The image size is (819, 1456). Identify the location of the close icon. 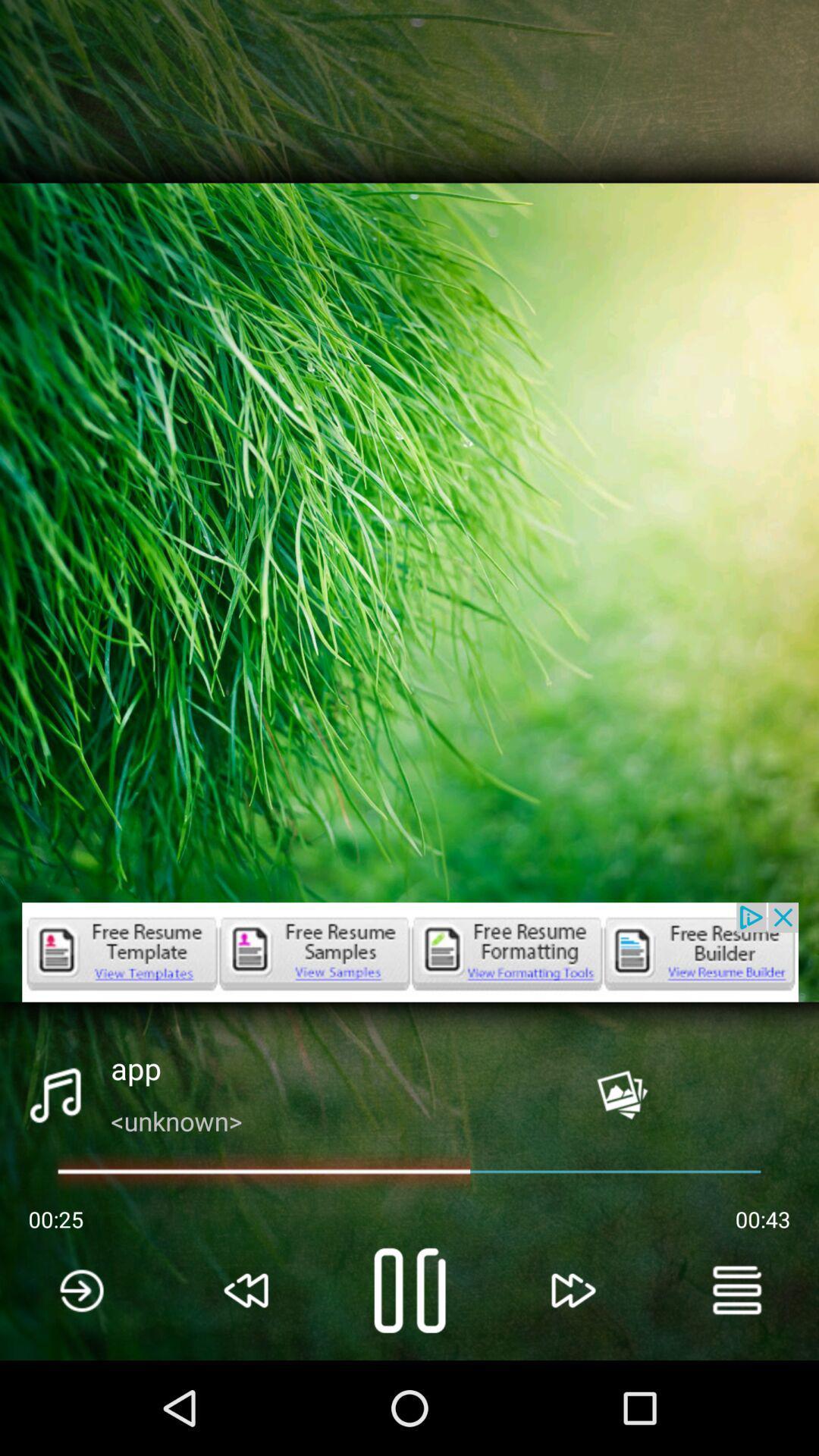
(752, 1094).